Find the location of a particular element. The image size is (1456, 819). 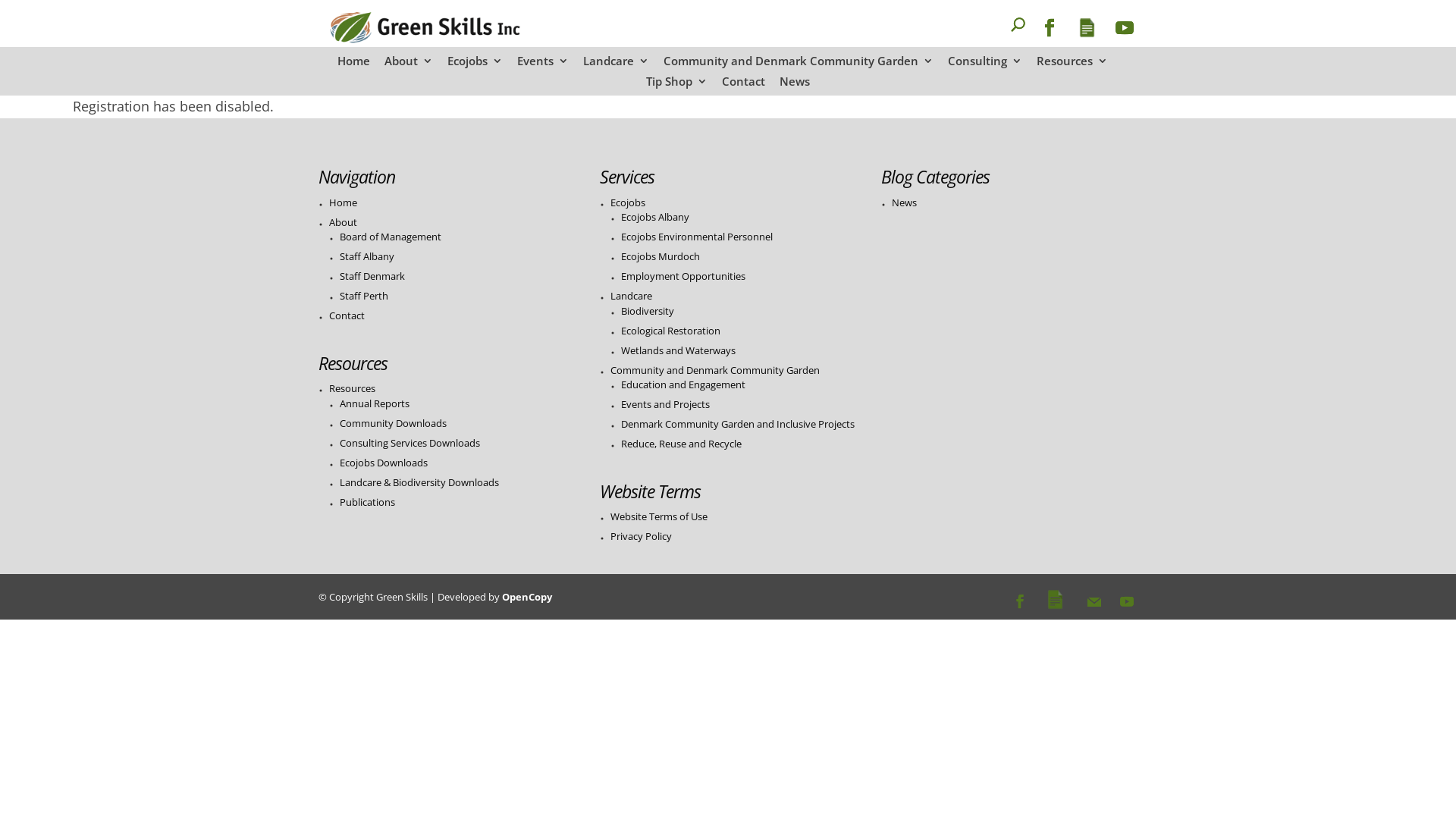

'Wetlands and Waterways' is located at coordinates (621, 350).